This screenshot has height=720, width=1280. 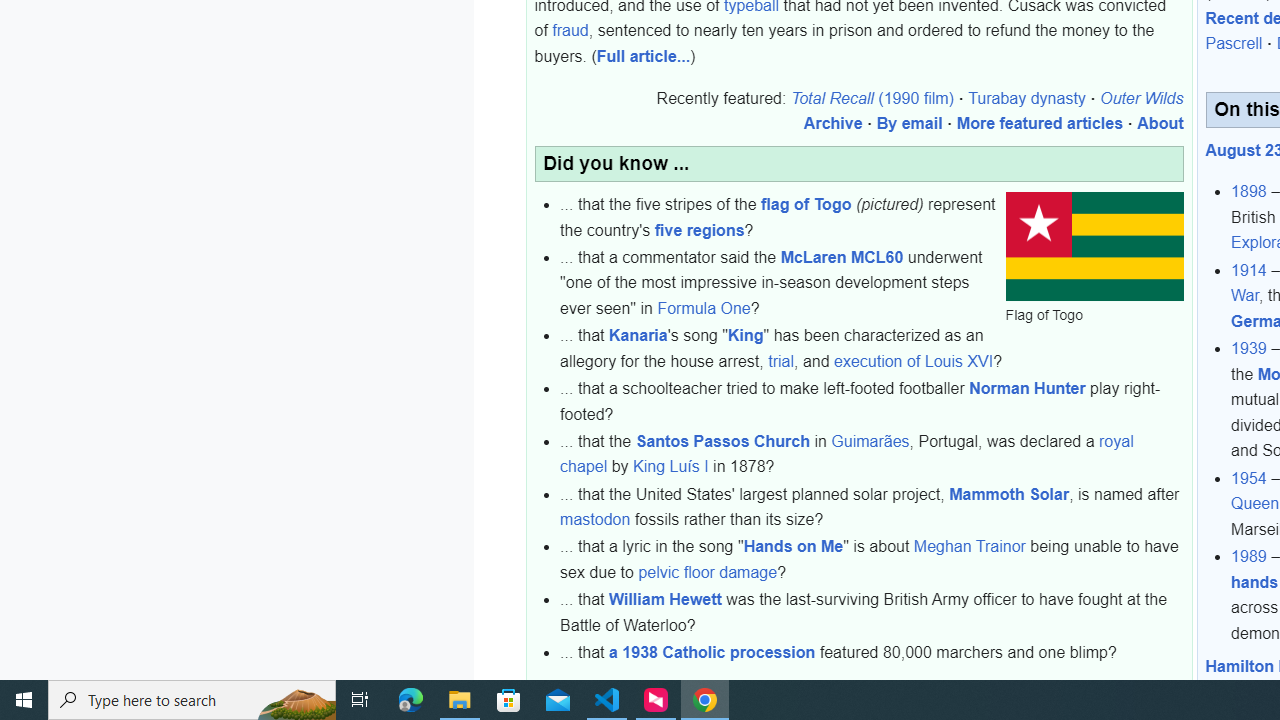 What do you see at coordinates (1248, 556) in the screenshot?
I see `'1989'` at bounding box center [1248, 556].